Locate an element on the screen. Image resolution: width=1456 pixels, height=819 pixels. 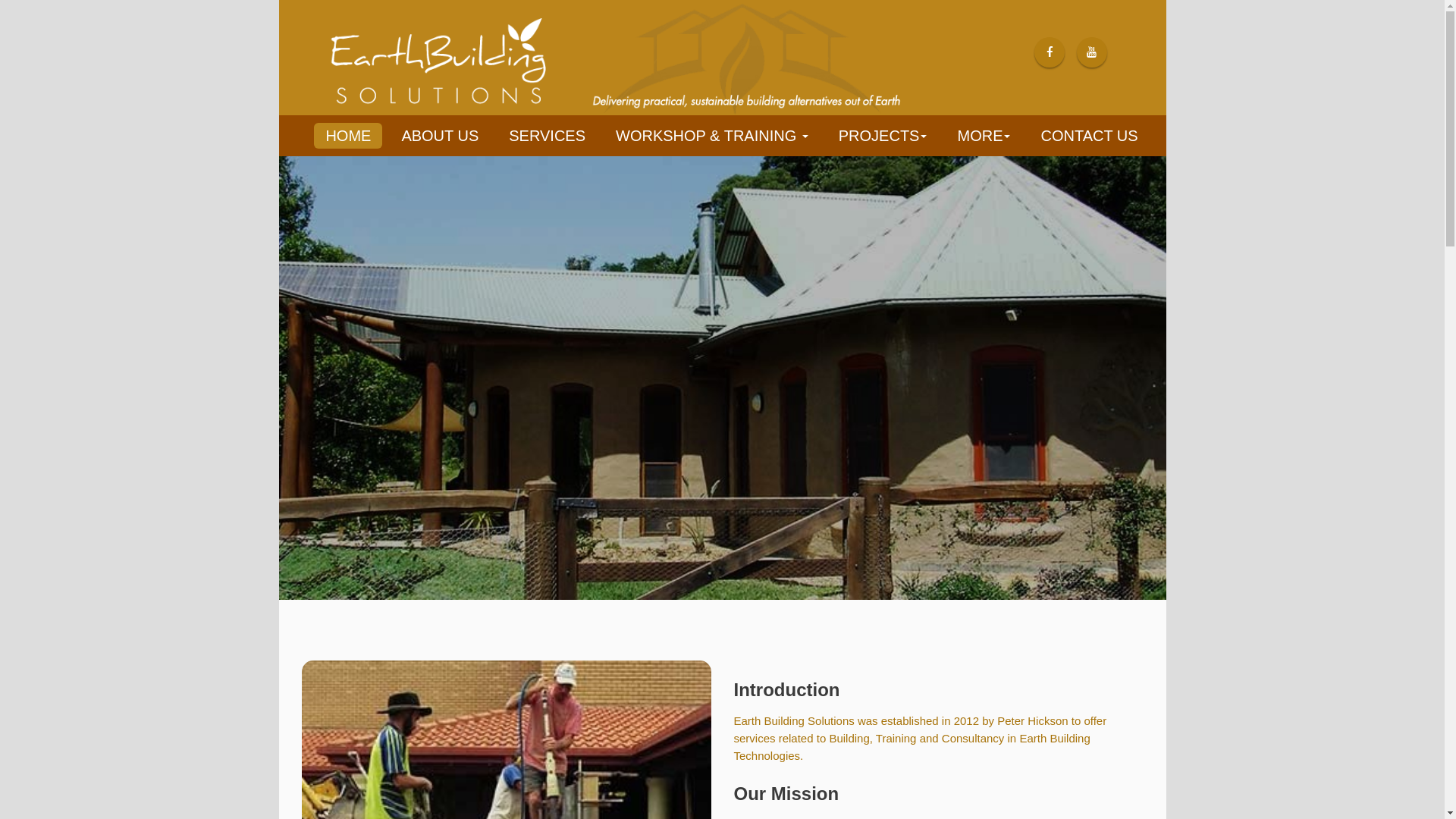
'CONTACT US' is located at coordinates (1087, 134).